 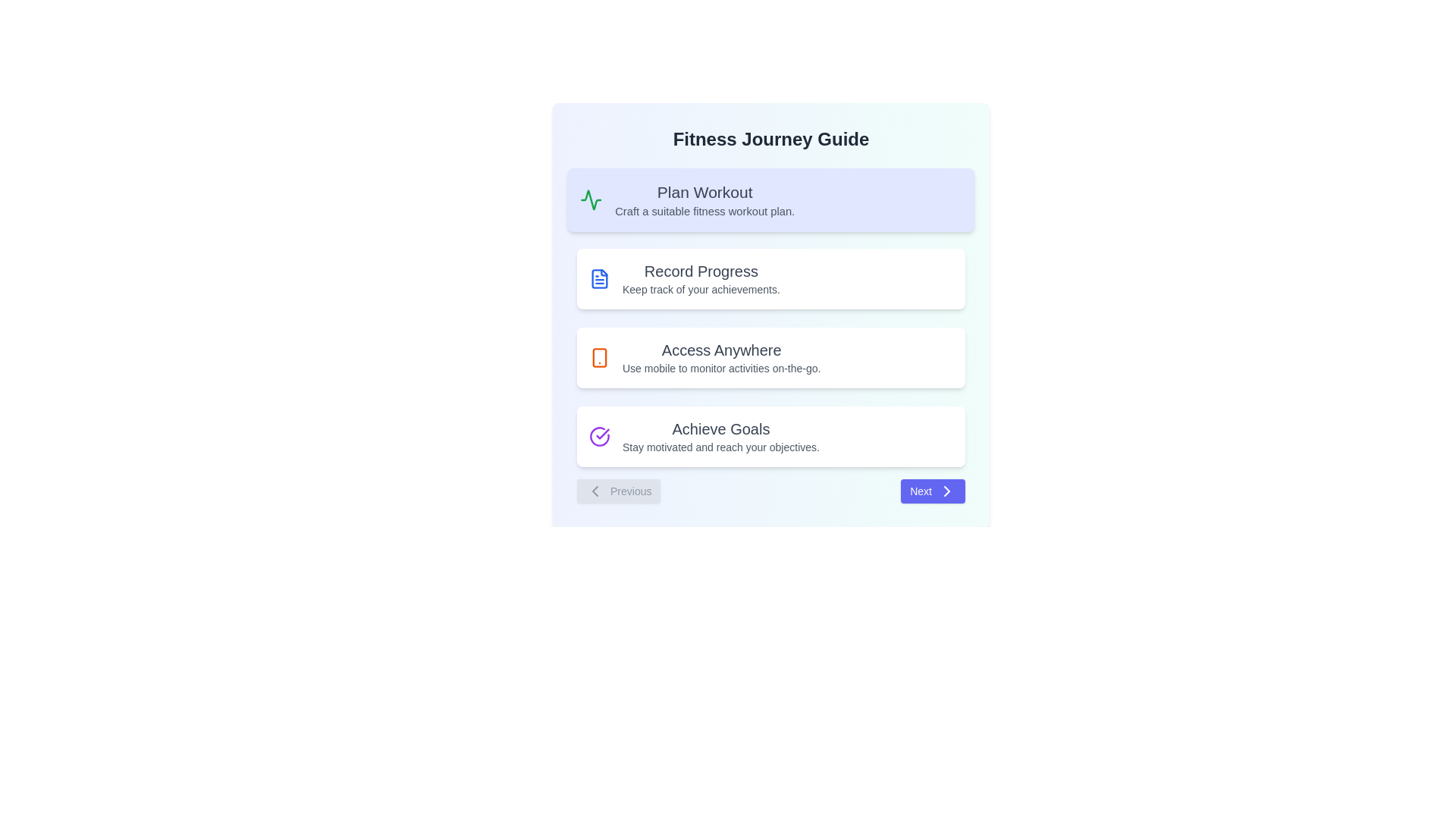 What do you see at coordinates (704, 211) in the screenshot?
I see `the descriptive label that clarifies the purpose of the 'Plan Workout' option, positioned below the heading 'Plan Workout'` at bounding box center [704, 211].